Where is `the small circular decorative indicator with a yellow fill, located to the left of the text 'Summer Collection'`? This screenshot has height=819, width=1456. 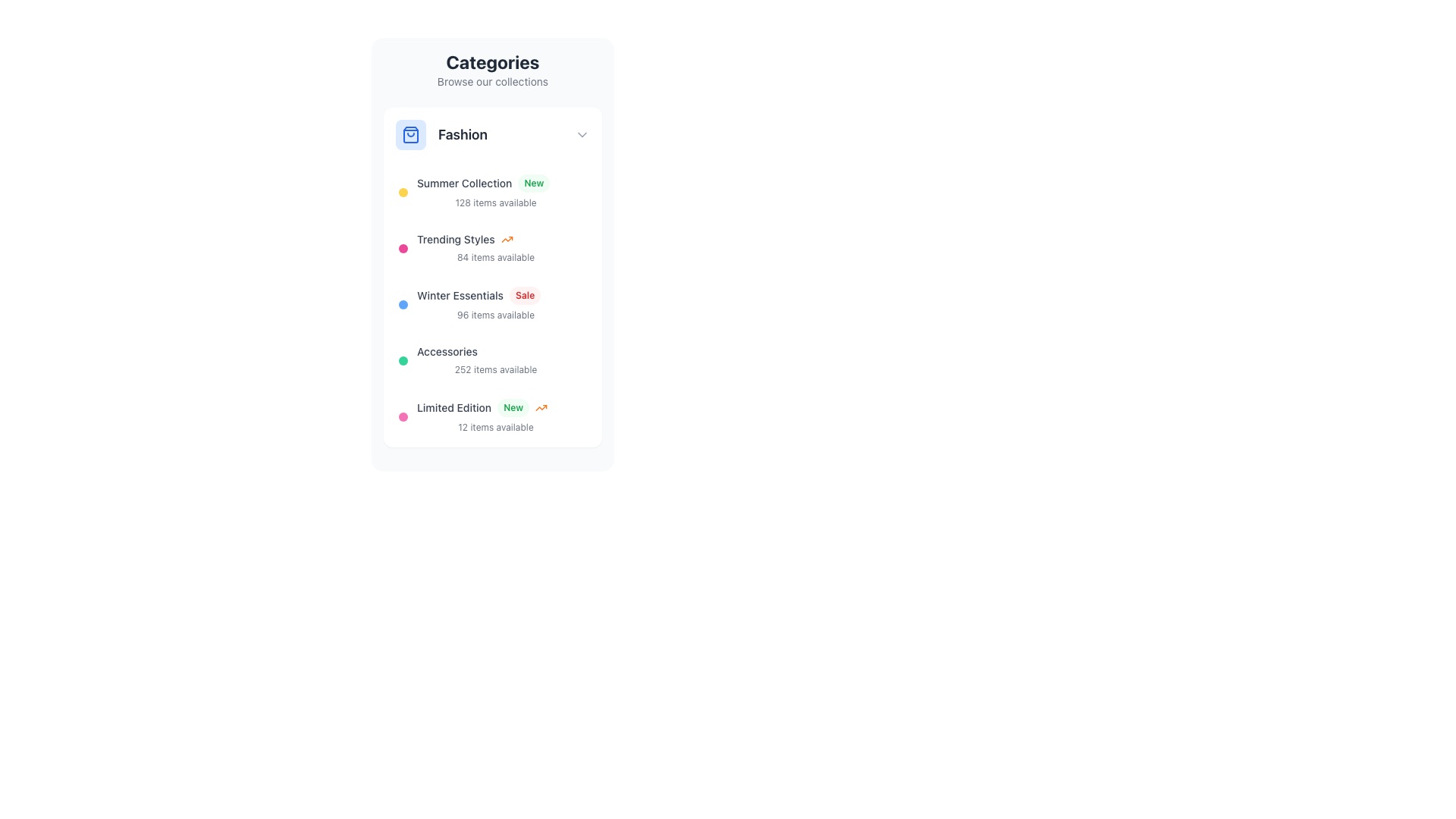 the small circular decorative indicator with a yellow fill, located to the left of the text 'Summer Collection' is located at coordinates (403, 192).